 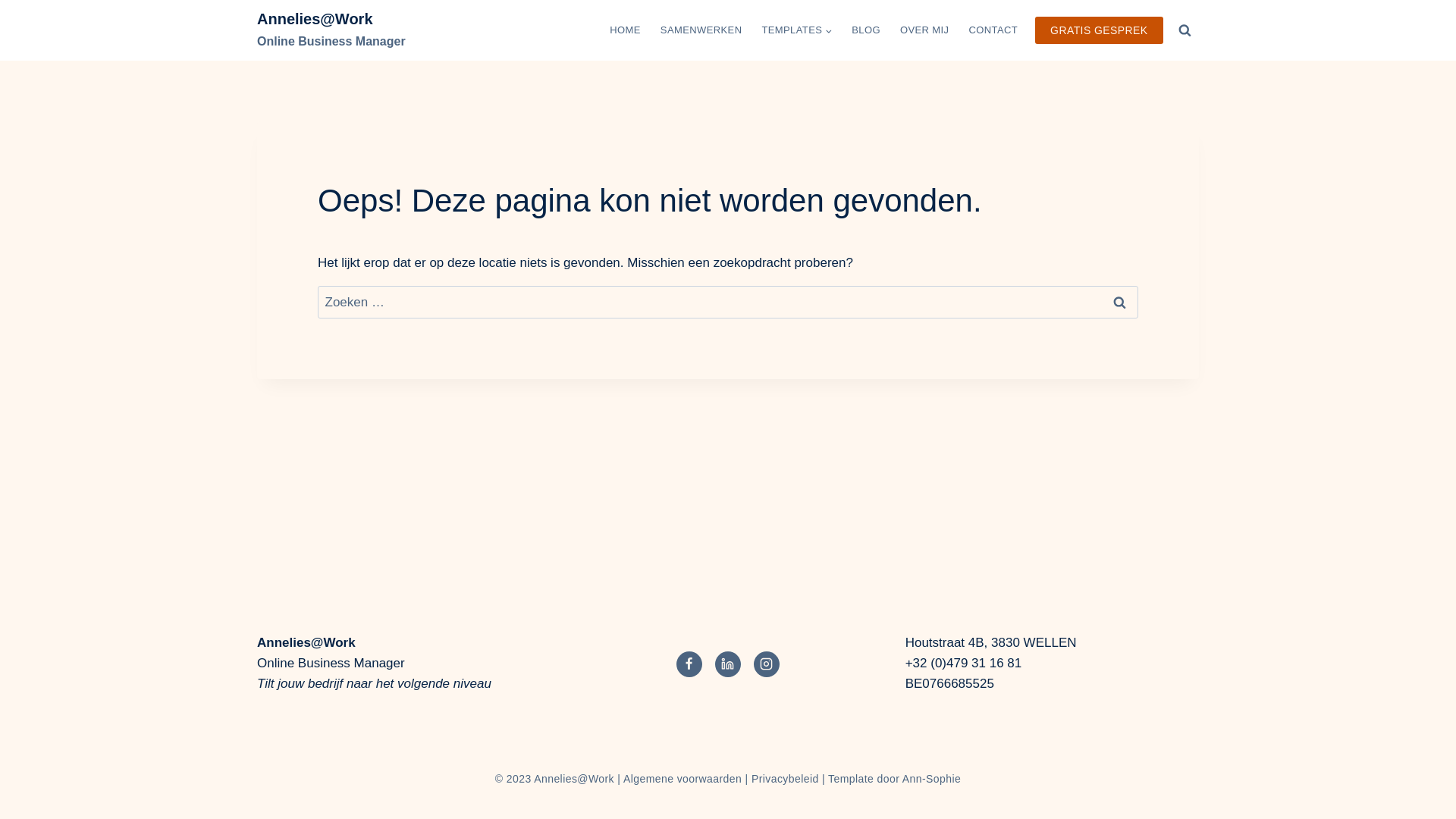 What do you see at coordinates (682, 778) in the screenshot?
I see `'Algemene voorwaarden'` at bounding box center [682, 778].